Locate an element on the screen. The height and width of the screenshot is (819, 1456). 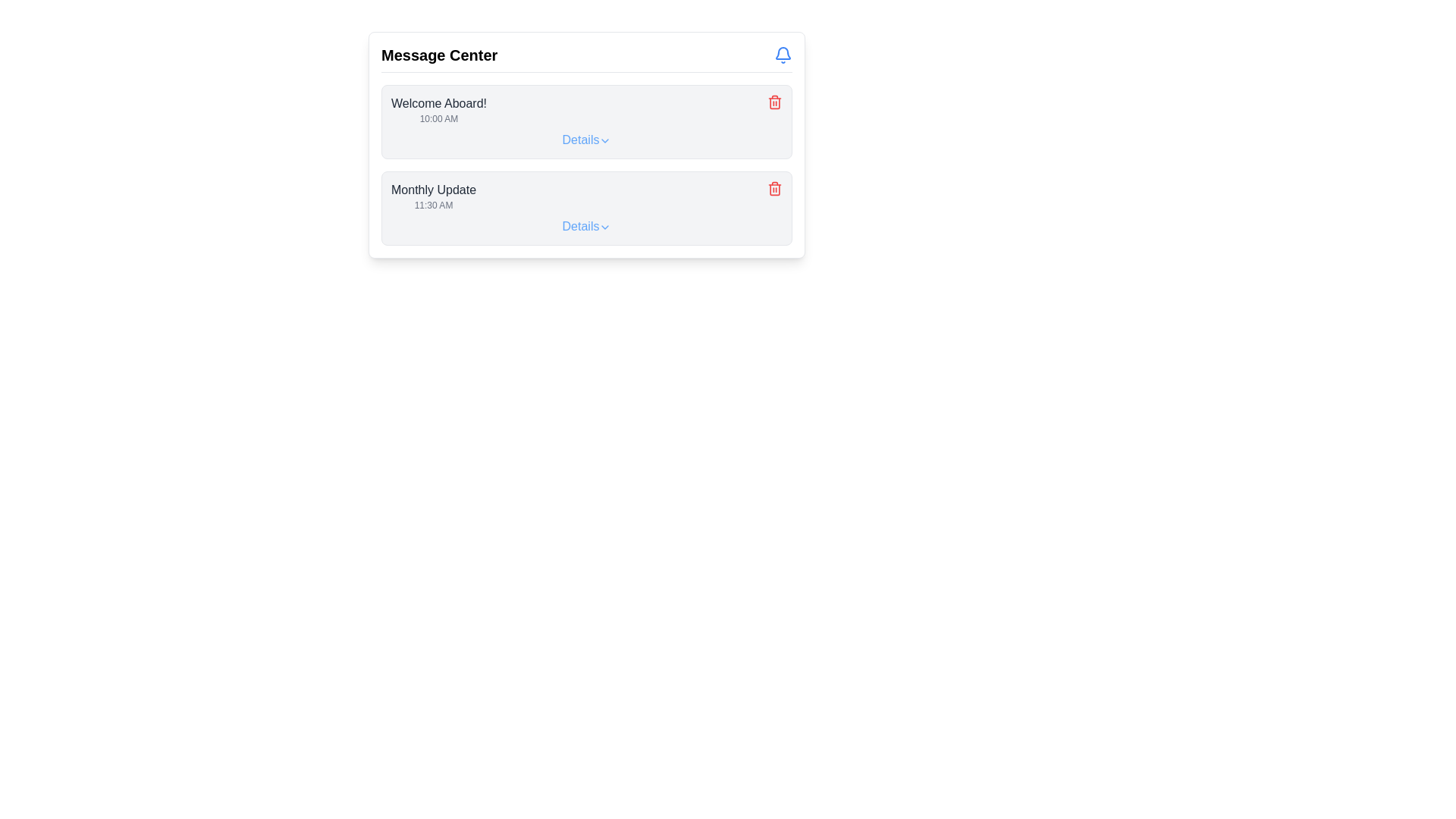
the title Text label located at the top-left of the first message block in the 'Message Center', which is centrally aligned above the timestamp '10:00 AM' is located at coordinates (438, 103).